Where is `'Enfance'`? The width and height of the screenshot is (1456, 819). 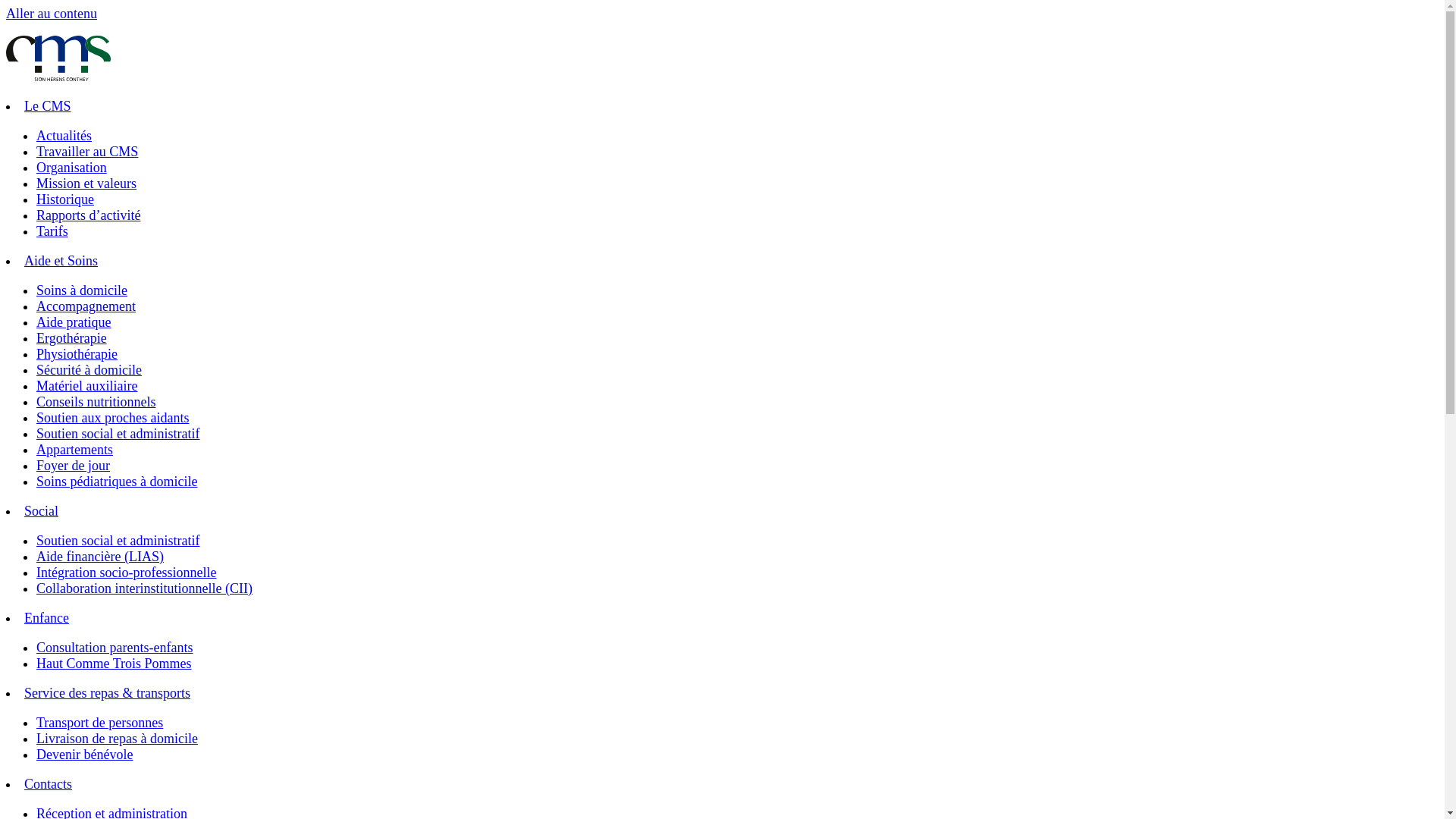
'Enfance' is located at coordinates (24, 617).